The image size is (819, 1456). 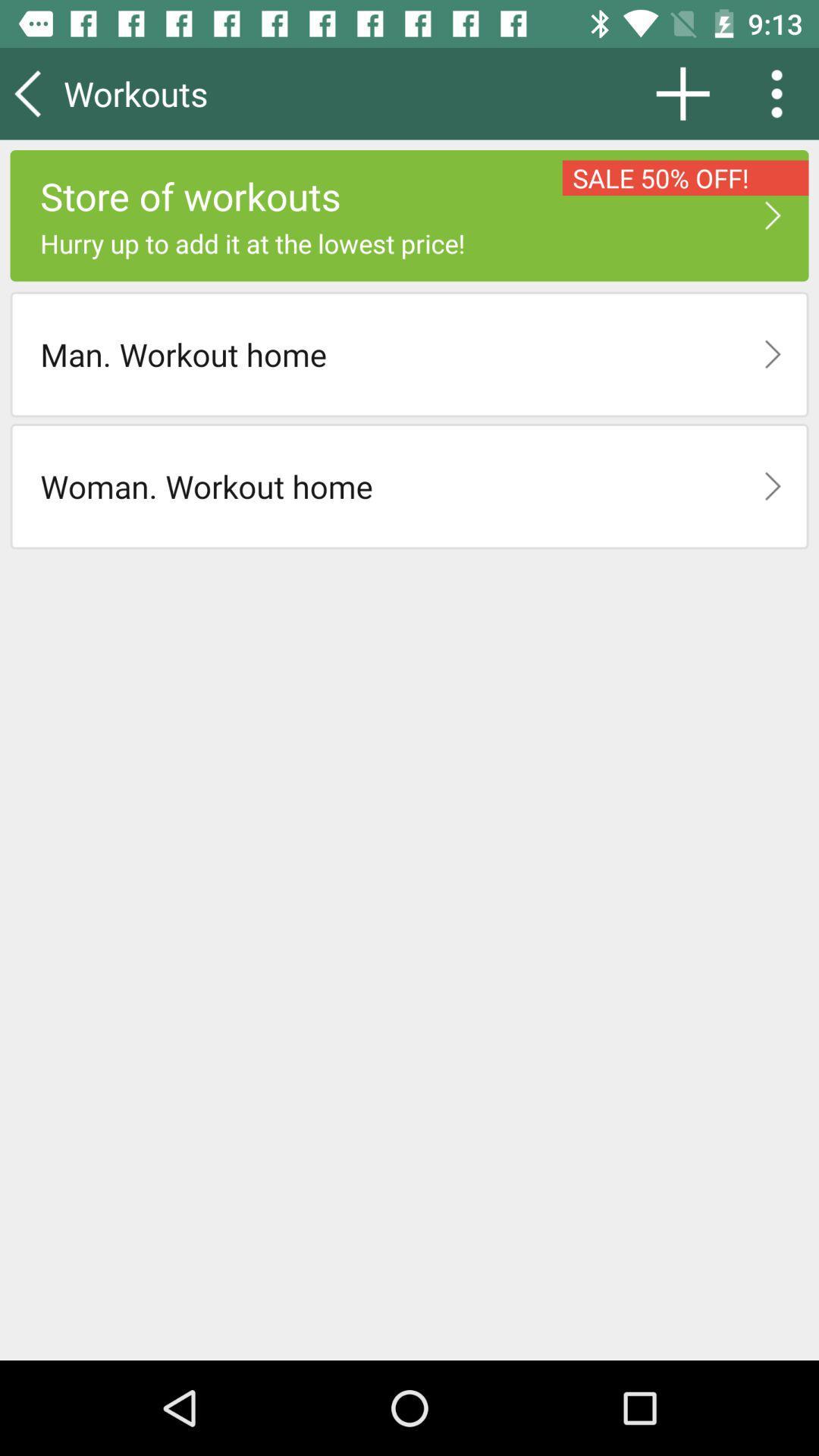 I want to click on the more icon, so click(x=782, y=93).